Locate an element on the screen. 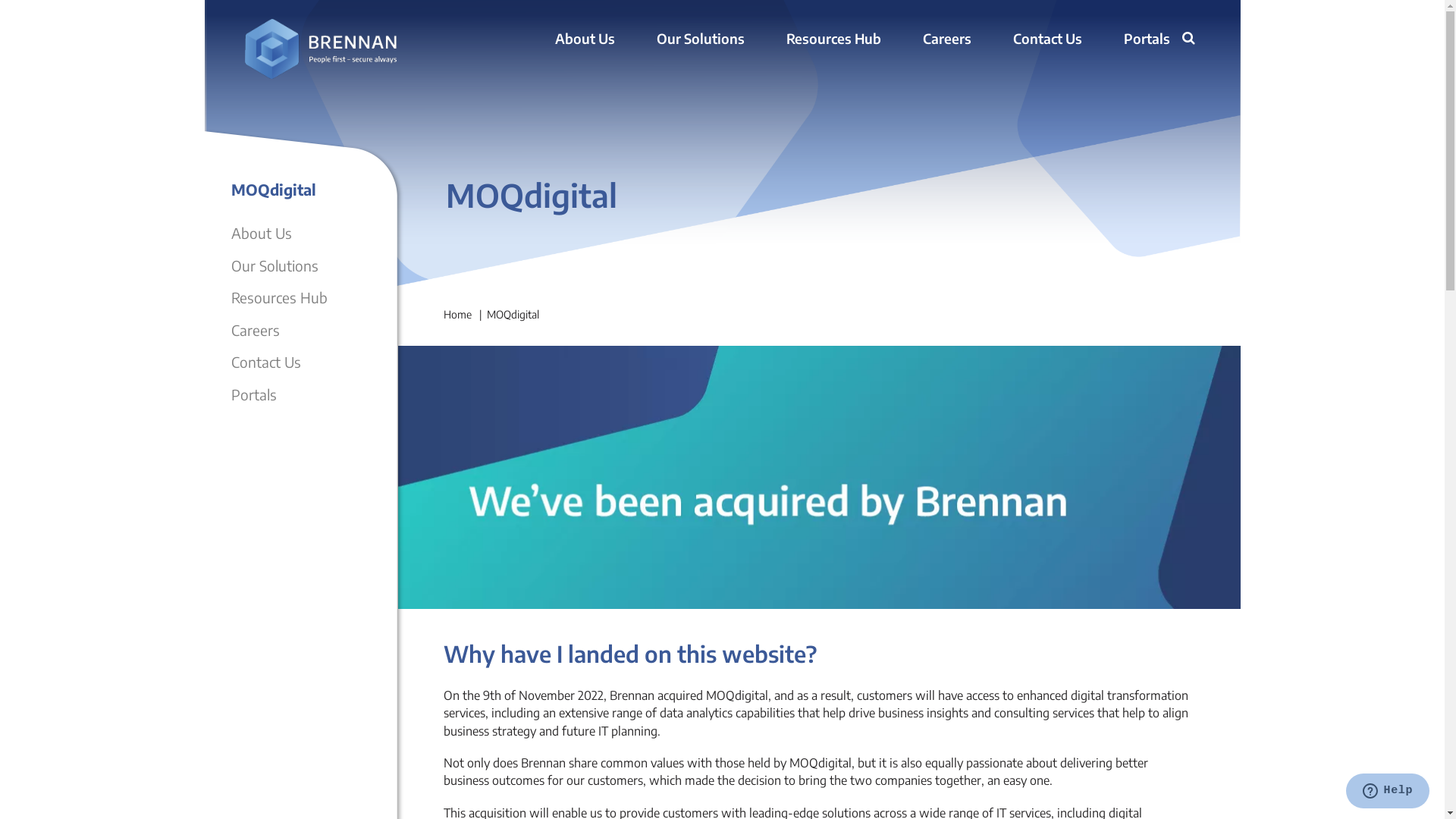  'Close' is located at coordinates (1172, 58).